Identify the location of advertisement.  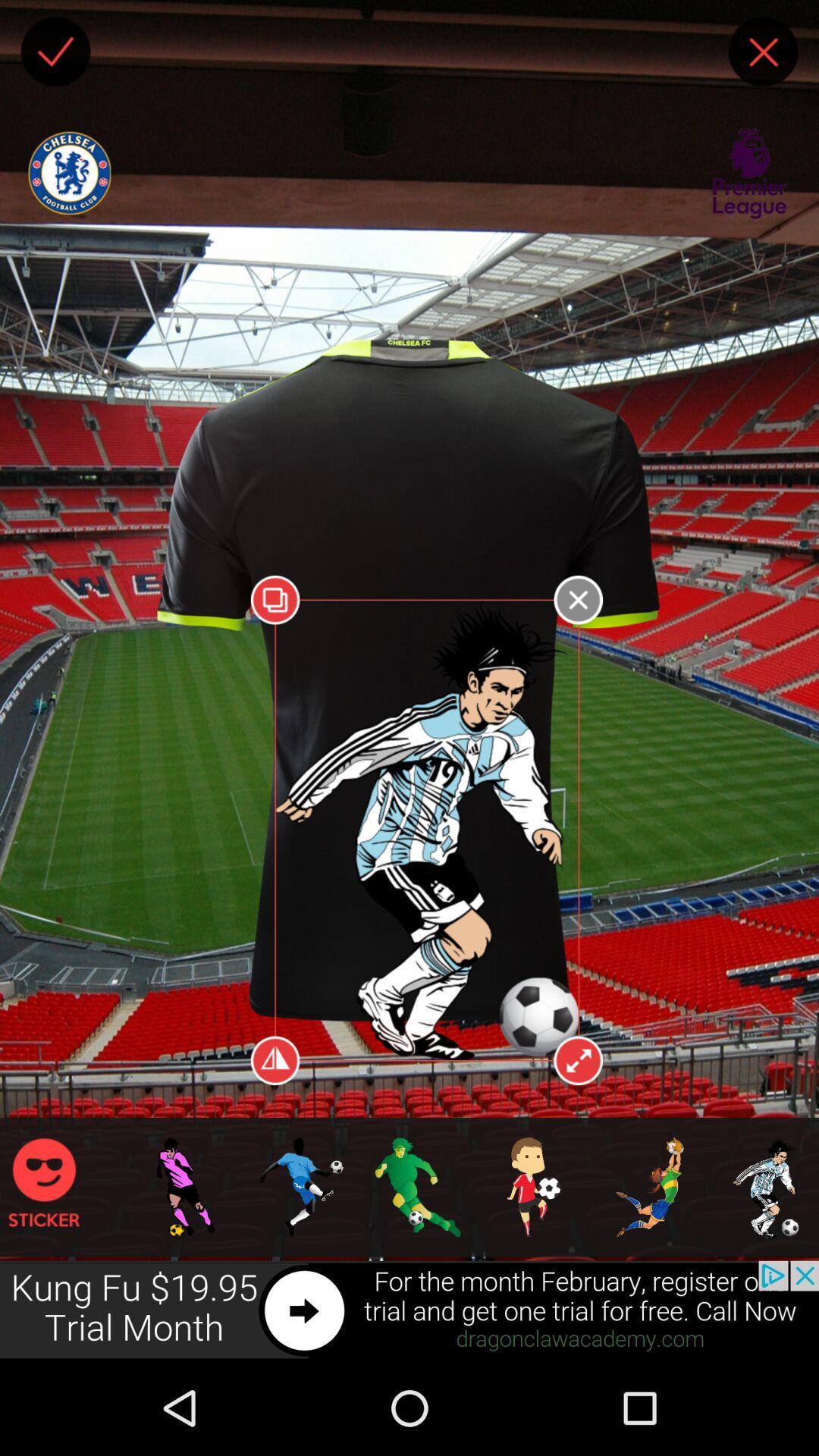
(409, 1310).